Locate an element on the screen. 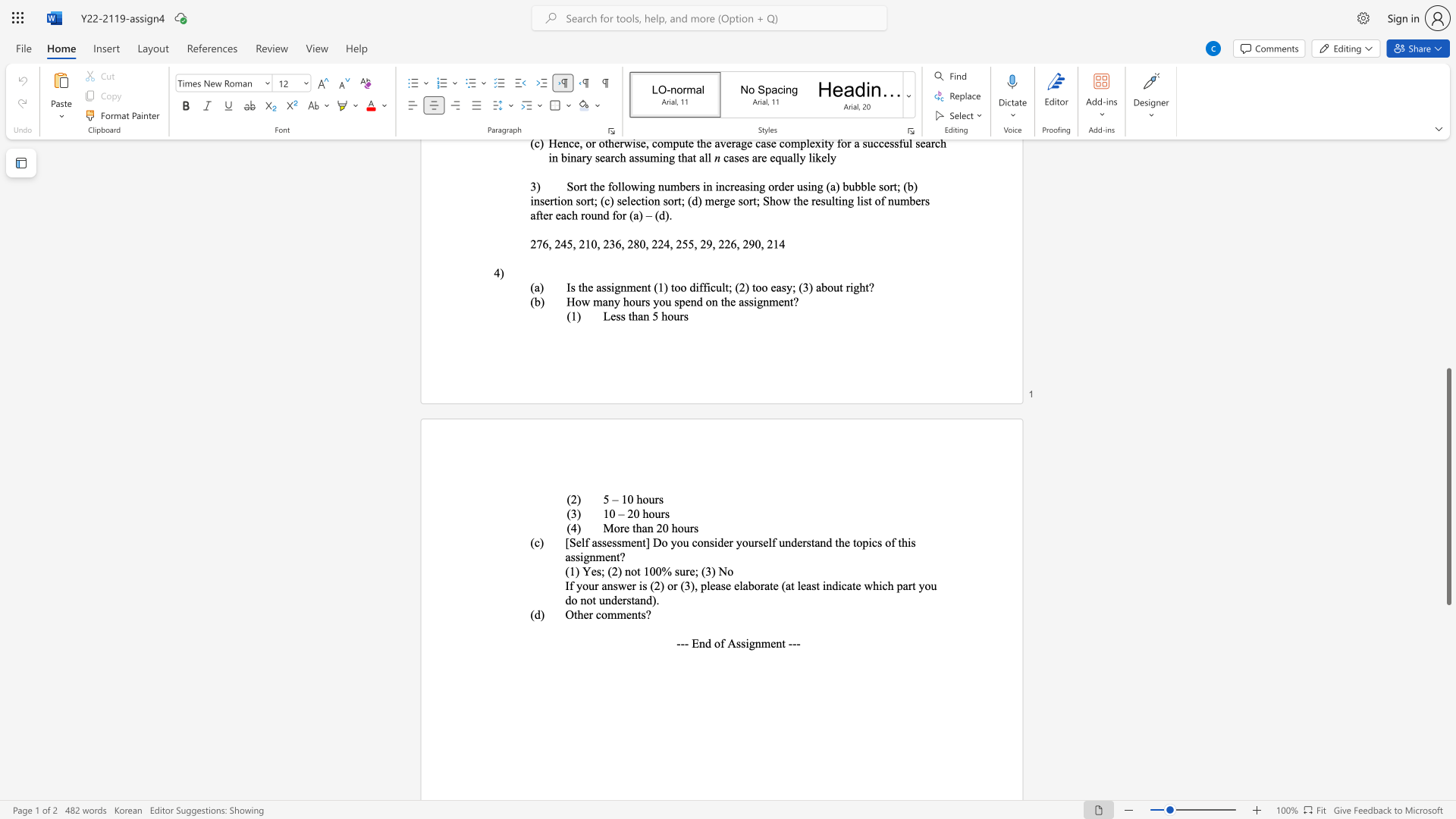 This screenshot has height=819, width=1456. the scrollbar and move up 230 pixels is located at coordinates (1448, 487).